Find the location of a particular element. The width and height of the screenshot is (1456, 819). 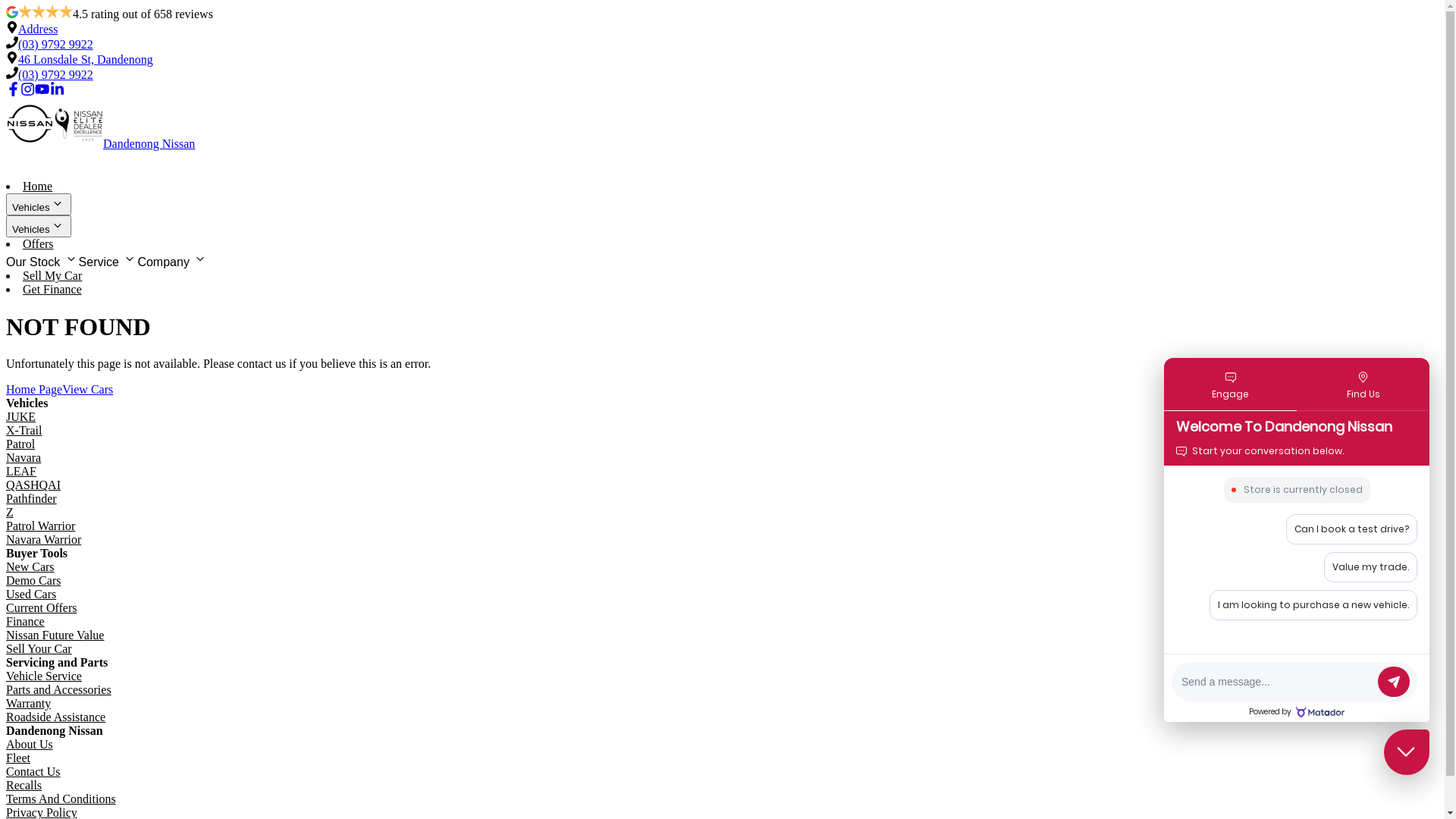

'Patrol' is located at coordinates (20, 444).